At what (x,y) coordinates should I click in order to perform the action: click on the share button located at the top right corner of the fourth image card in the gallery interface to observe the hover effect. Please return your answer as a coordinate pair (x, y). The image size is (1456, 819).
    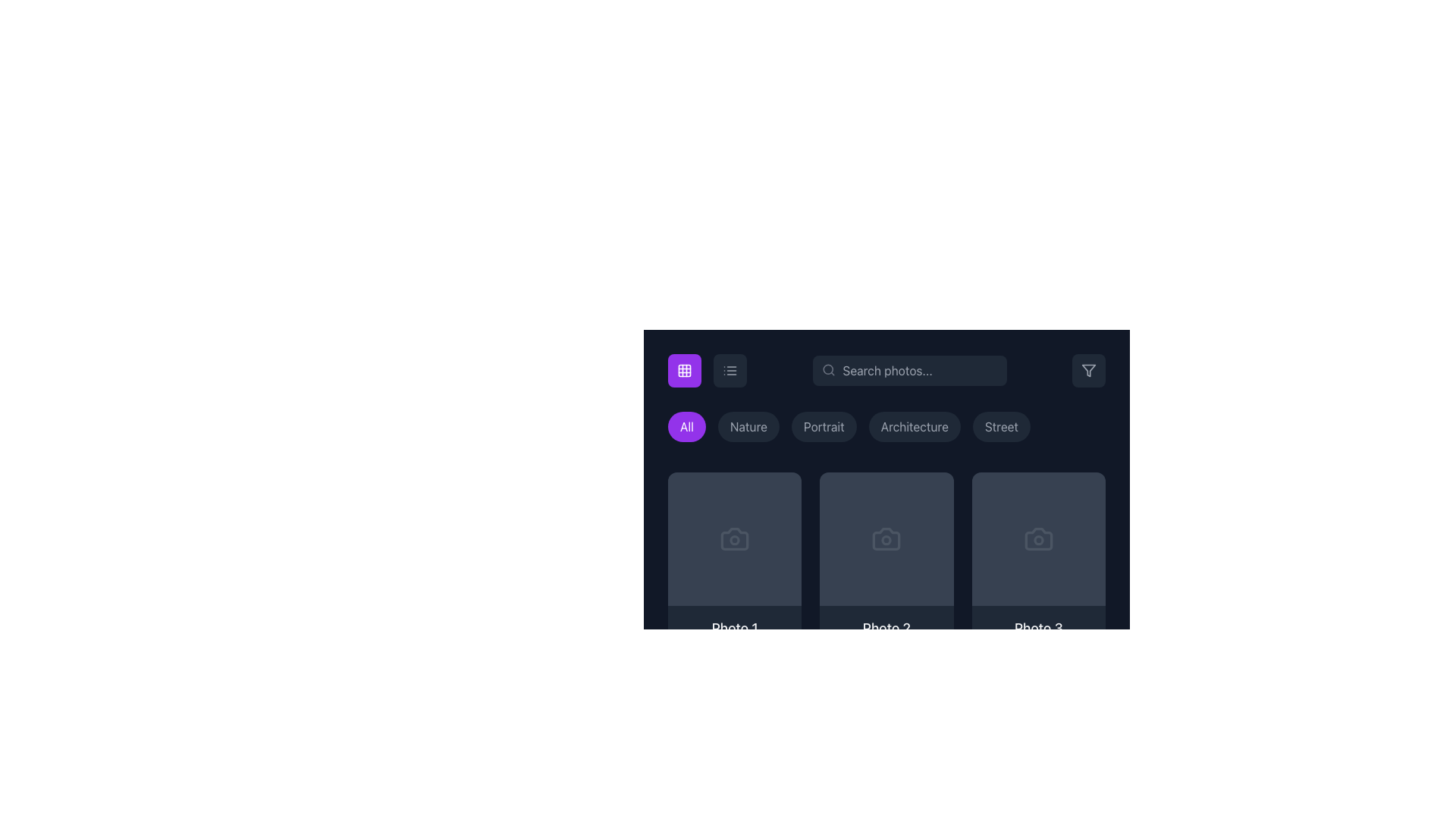
    Looking at the image, I should click on (1077, 538).